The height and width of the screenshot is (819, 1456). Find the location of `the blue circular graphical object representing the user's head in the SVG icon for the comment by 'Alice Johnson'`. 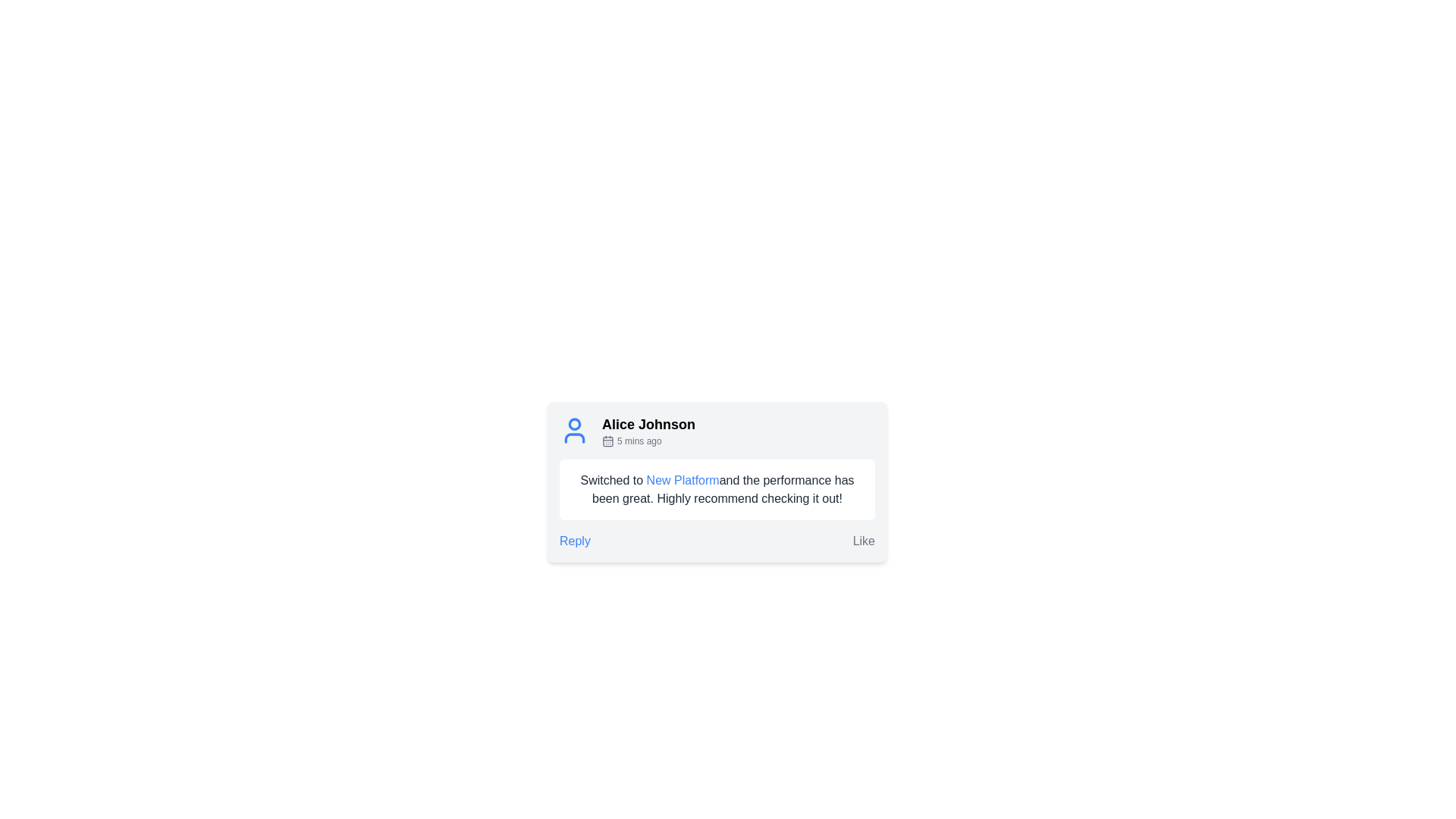

the blue circular graphical object representing the user's head in the SVG icon for the comment by 'Alice Johnson' is located at coordinates (574, 424).